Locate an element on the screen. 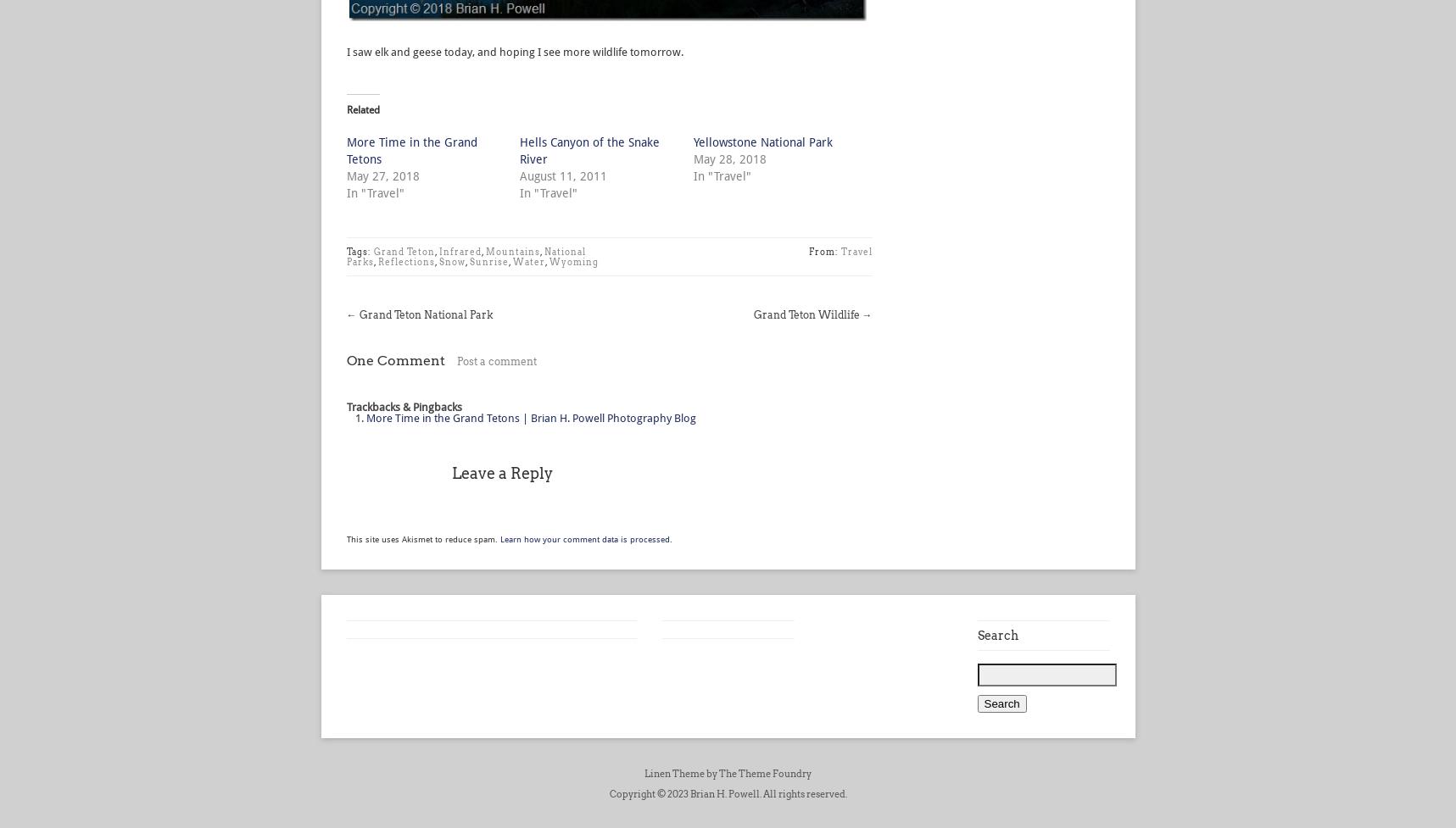  'I saw elk and geese today, and hoping I see more wildlife tomorrow.' is located at coordinates (513, 52).